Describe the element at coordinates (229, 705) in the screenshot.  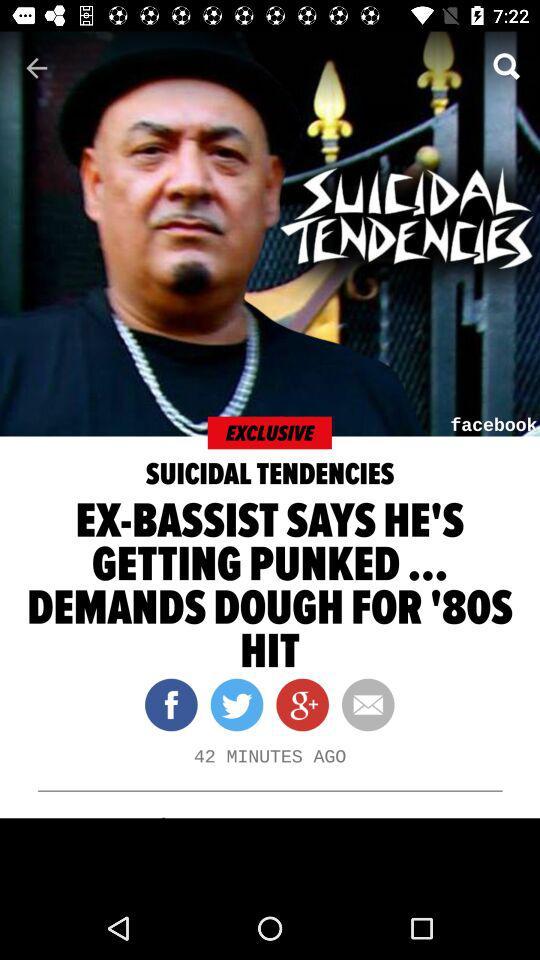
I see `the twitter icon` at that location.